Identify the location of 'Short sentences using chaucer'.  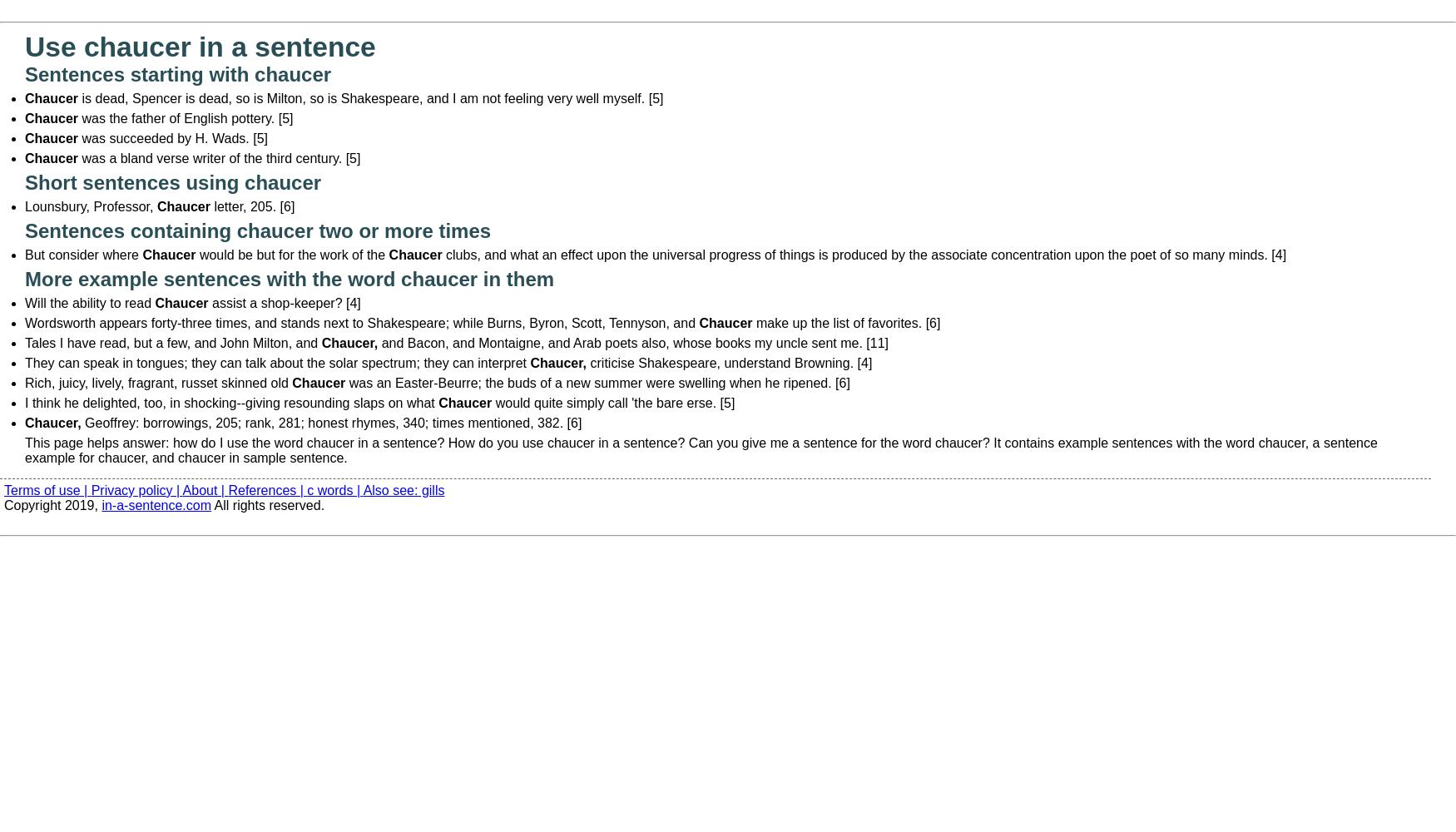
(173, 181).